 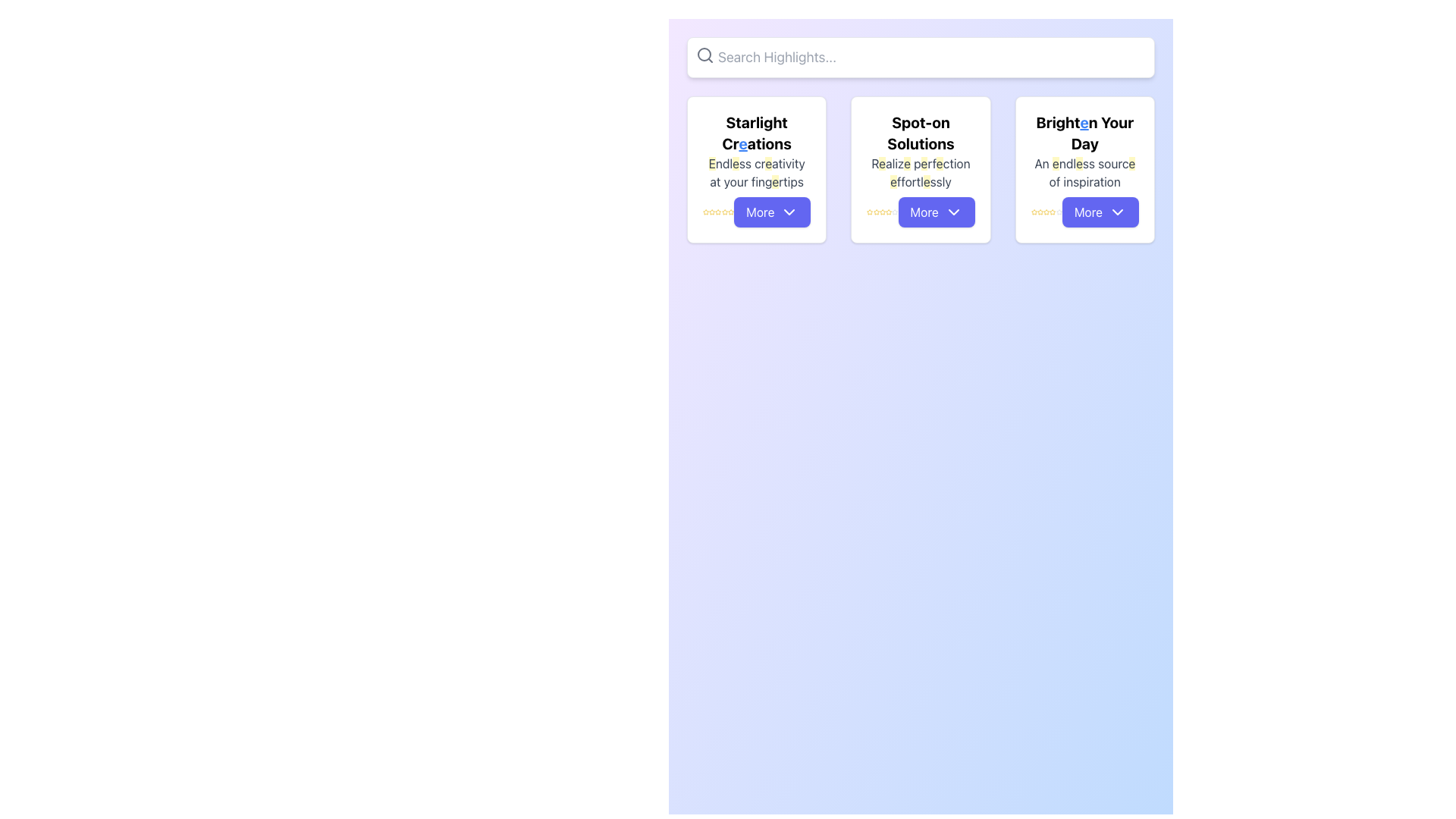 I want to click on the Card component for 'Spot-on Solutions' which includes a title, description, rating, and a call-to-action button labeled 'More'. It is located in the second column of a three-column grid layout, between 'Starlight Creations' and 'Brighten Your Day', so click(x=920, y=169).